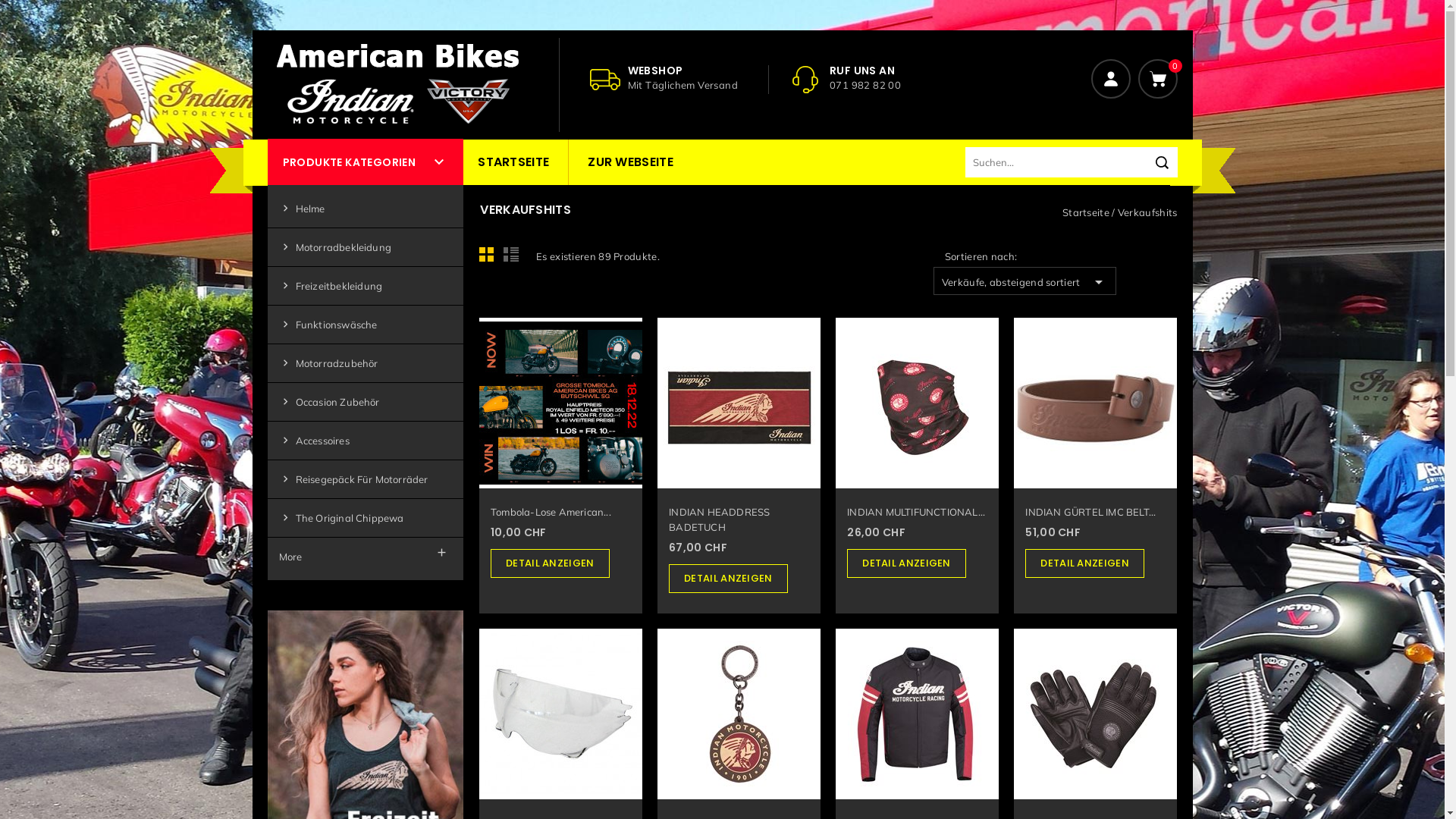  Describe the element at coordinates (513, 257) in the screenshot. I see `'List'` at that location.